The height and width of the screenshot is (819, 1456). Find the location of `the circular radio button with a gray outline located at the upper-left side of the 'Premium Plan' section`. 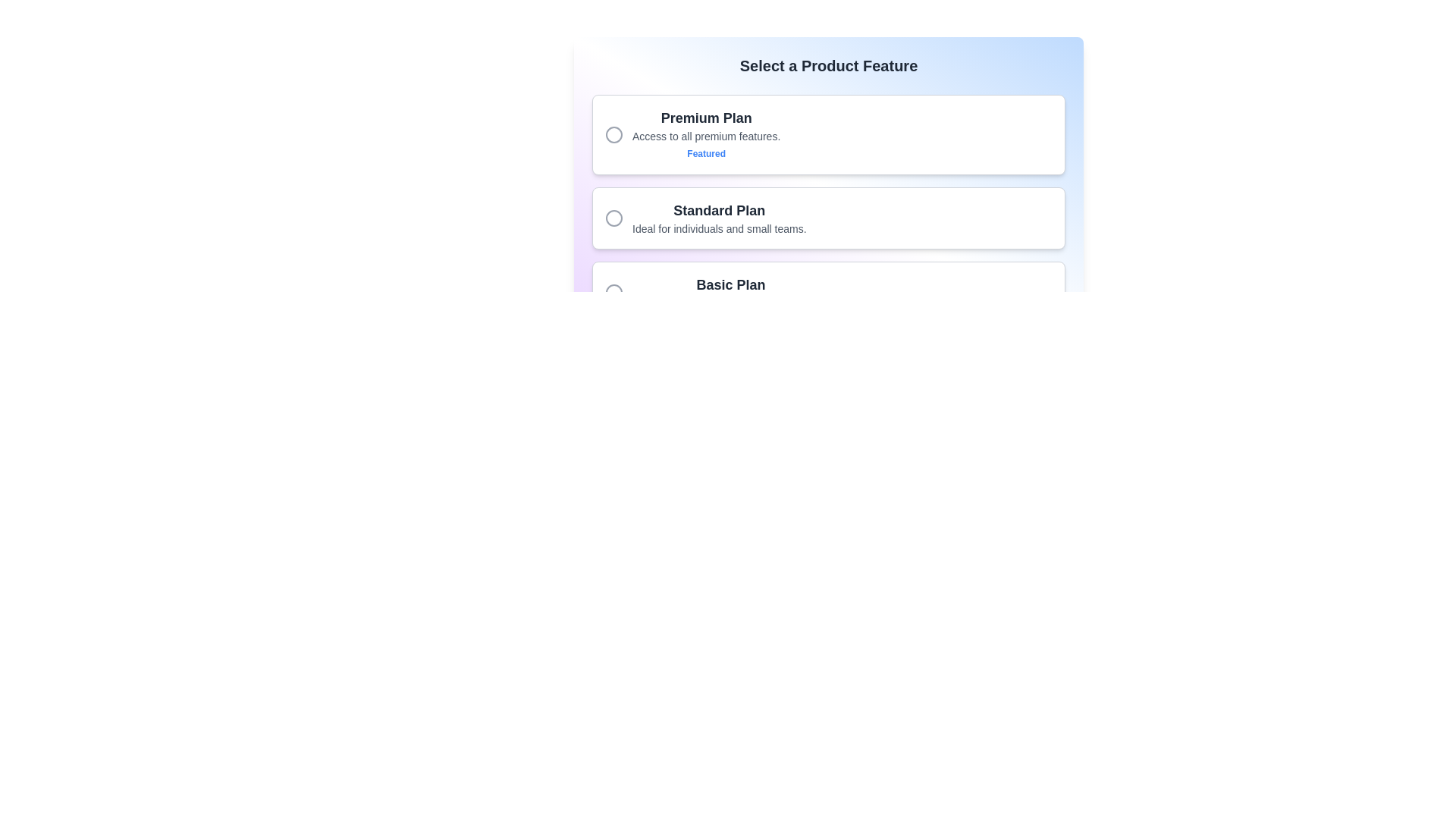

the circular radio button with a gray outline located at the upper-left side of the 'Premium Plan' section is located at coordinates (614, 133).